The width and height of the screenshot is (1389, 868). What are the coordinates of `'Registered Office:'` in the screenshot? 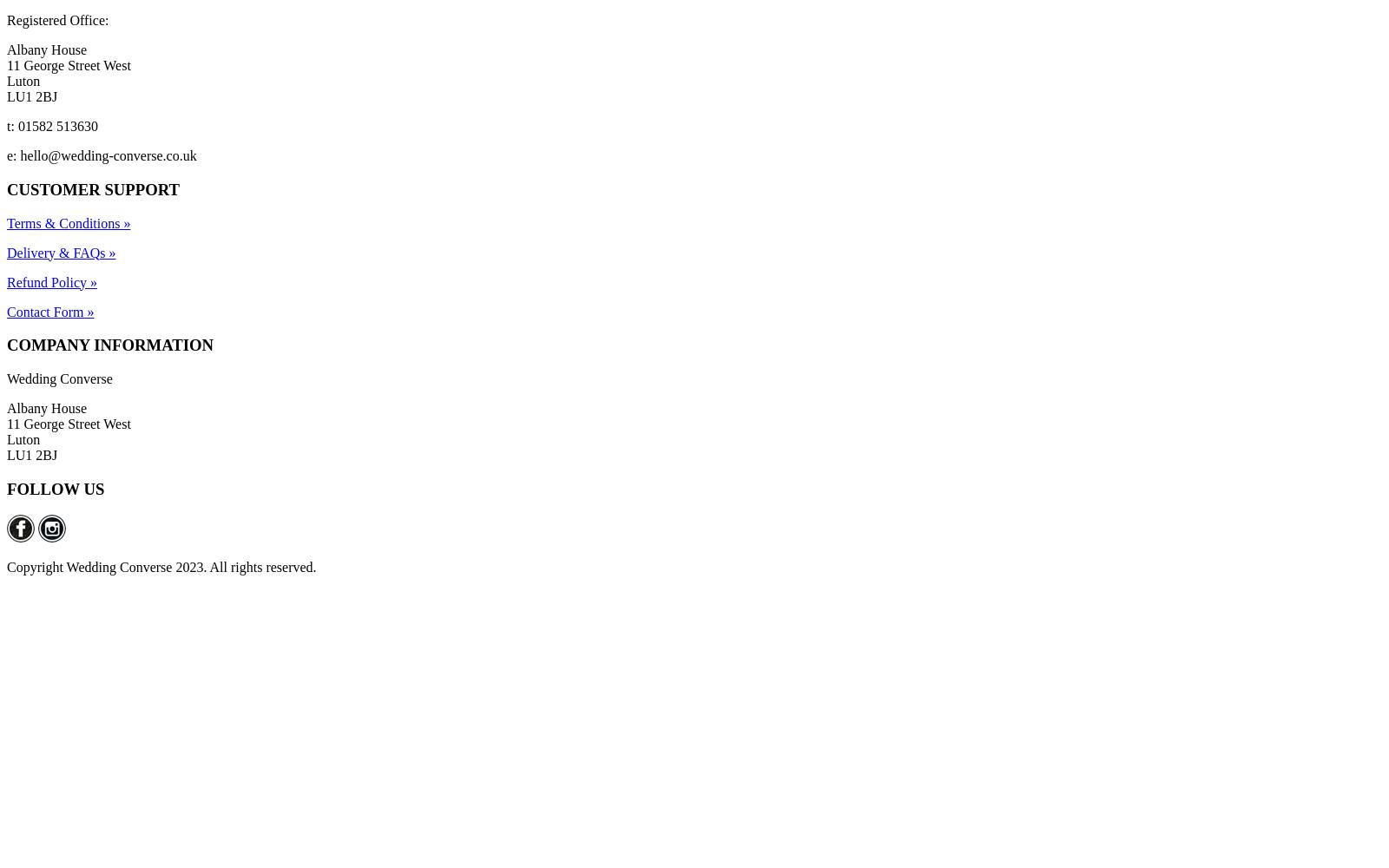 It's located at (6, 20).